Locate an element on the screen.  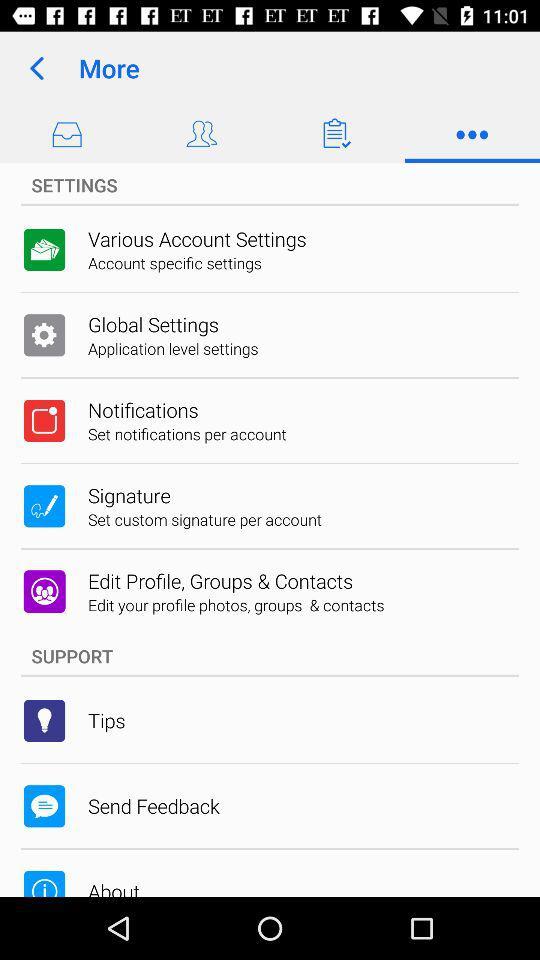
the app above edit profile groups icon is located at coordinates (204, 518).